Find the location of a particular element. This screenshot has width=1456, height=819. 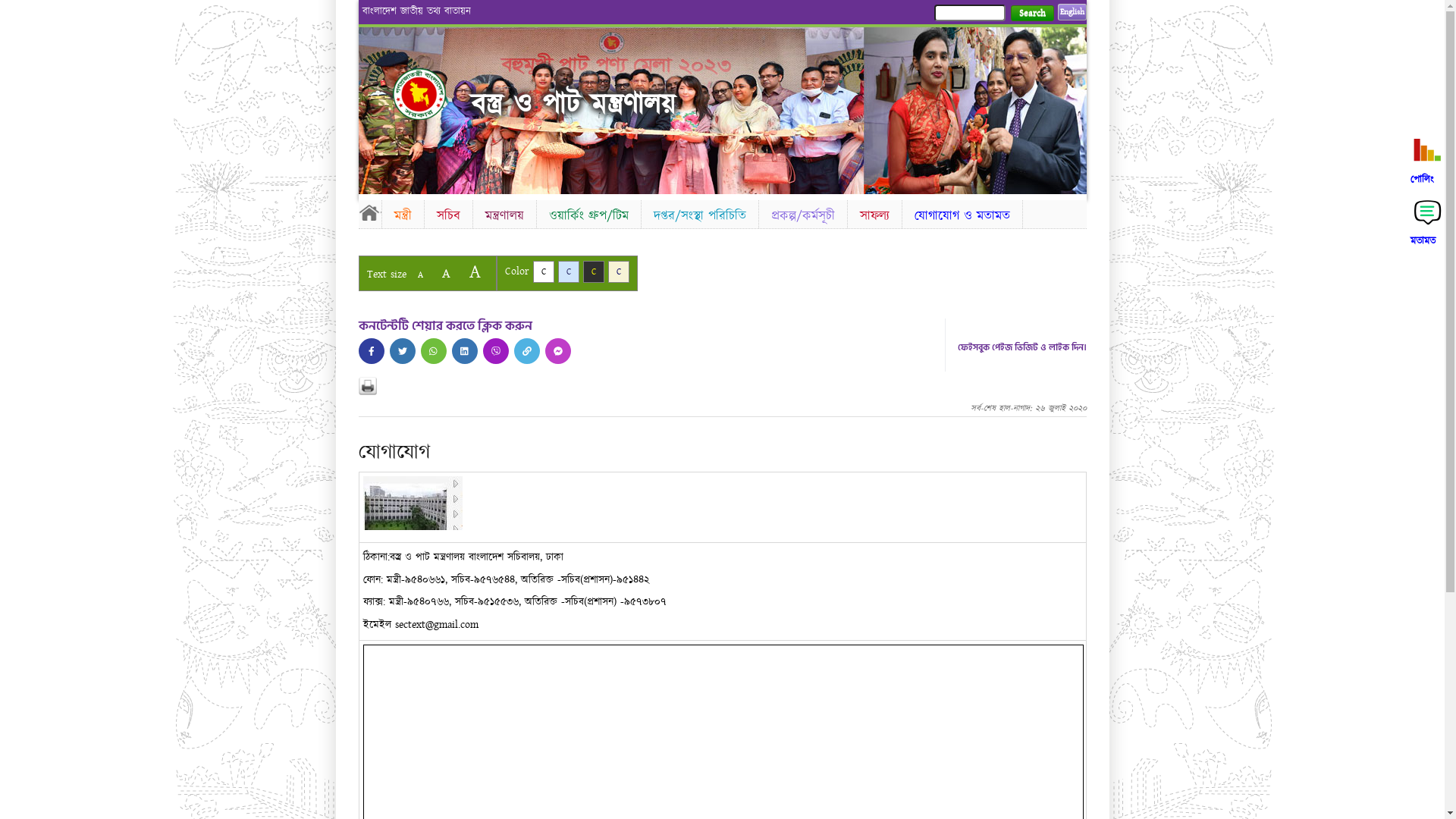

'C' is located at coordinates (532, 271).